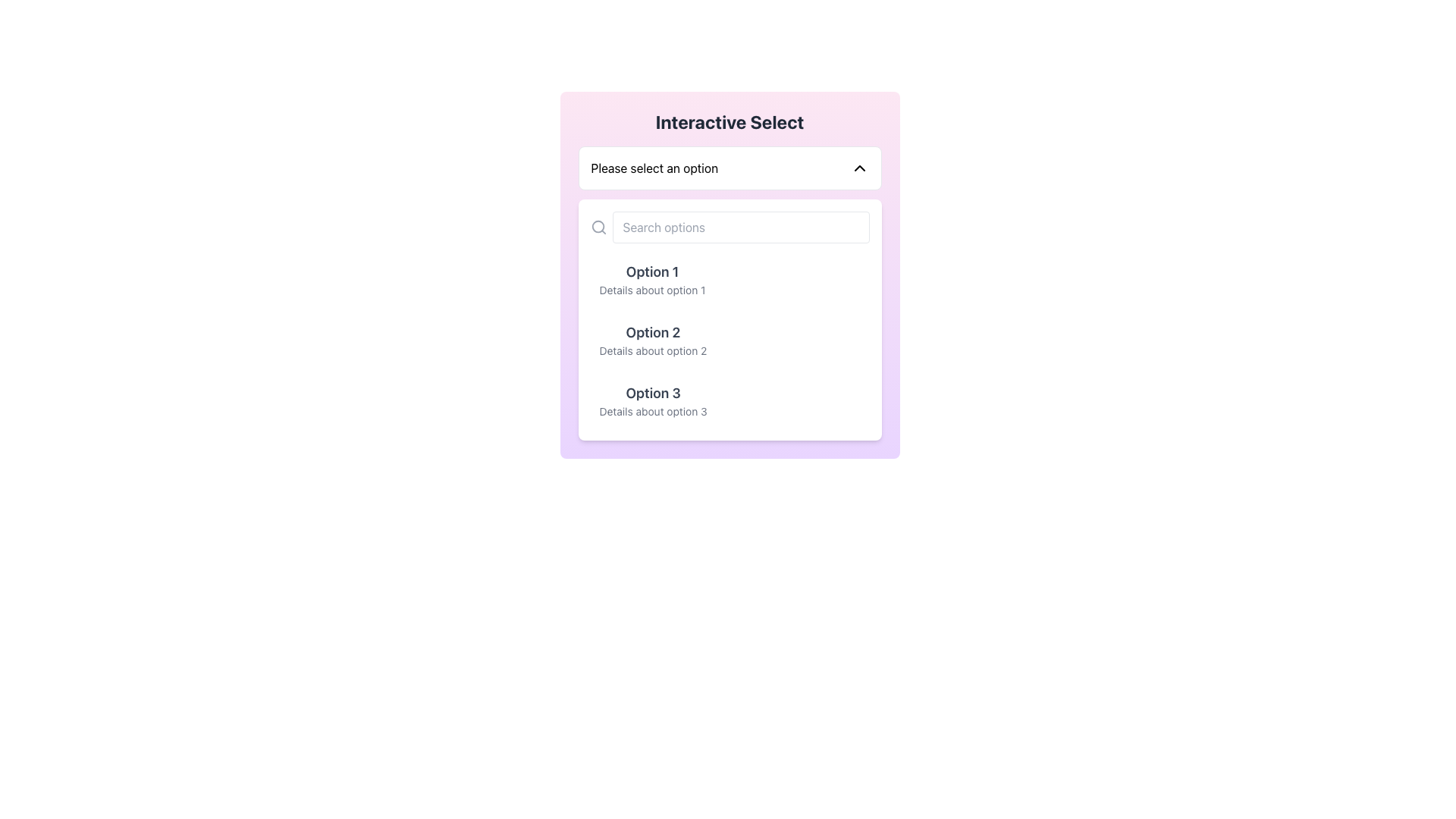  Describe the element at coordinates (730, 227) in the screenshot. I see `the search input field located below the dropdown menu labeled 'Please select an option' to focus it` at that location.